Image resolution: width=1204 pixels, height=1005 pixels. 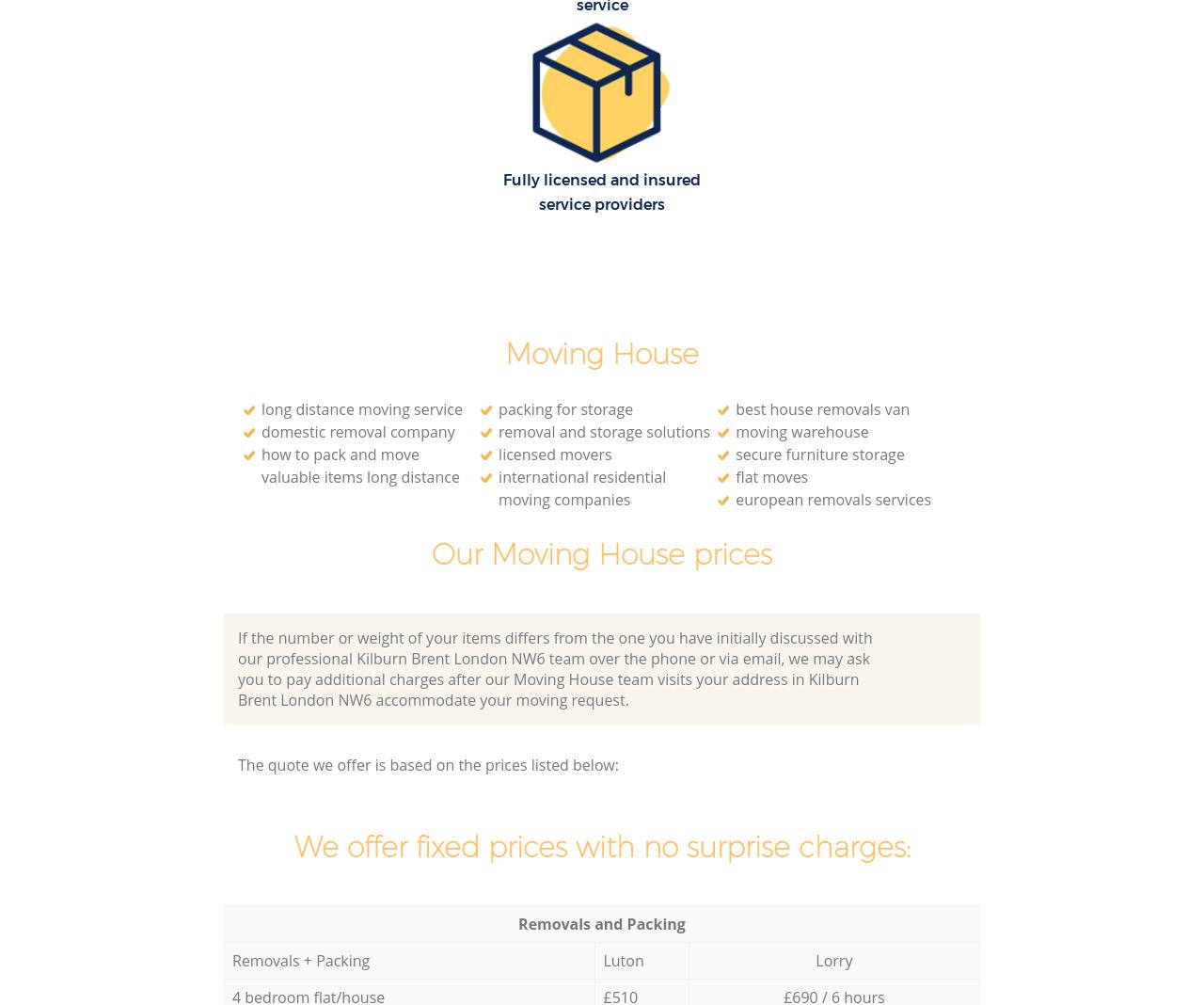 I want to click on 'Removals and Packing', so click(x=518, y=922).